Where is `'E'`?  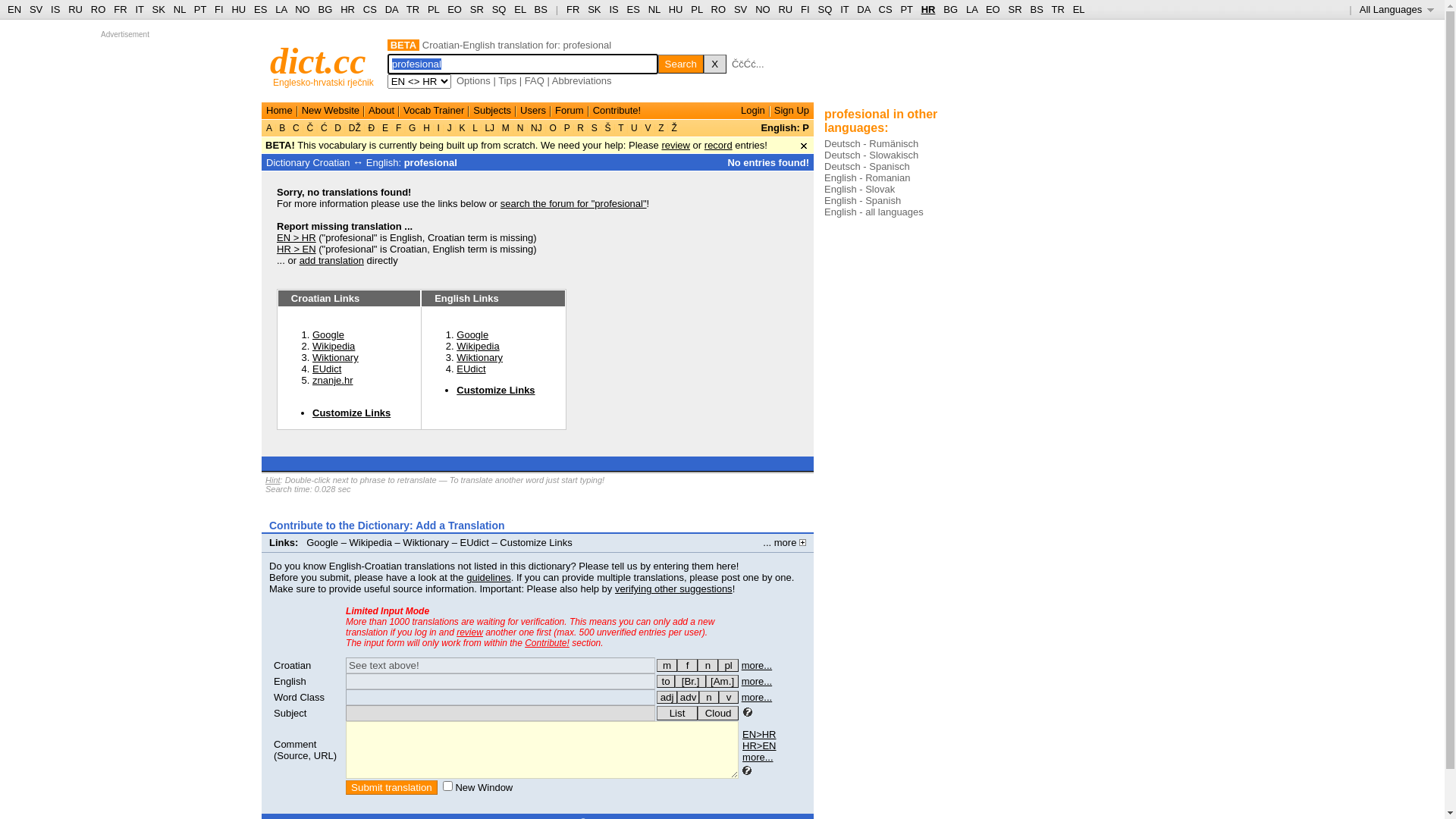 'E' is located at coordinates (379, 127).